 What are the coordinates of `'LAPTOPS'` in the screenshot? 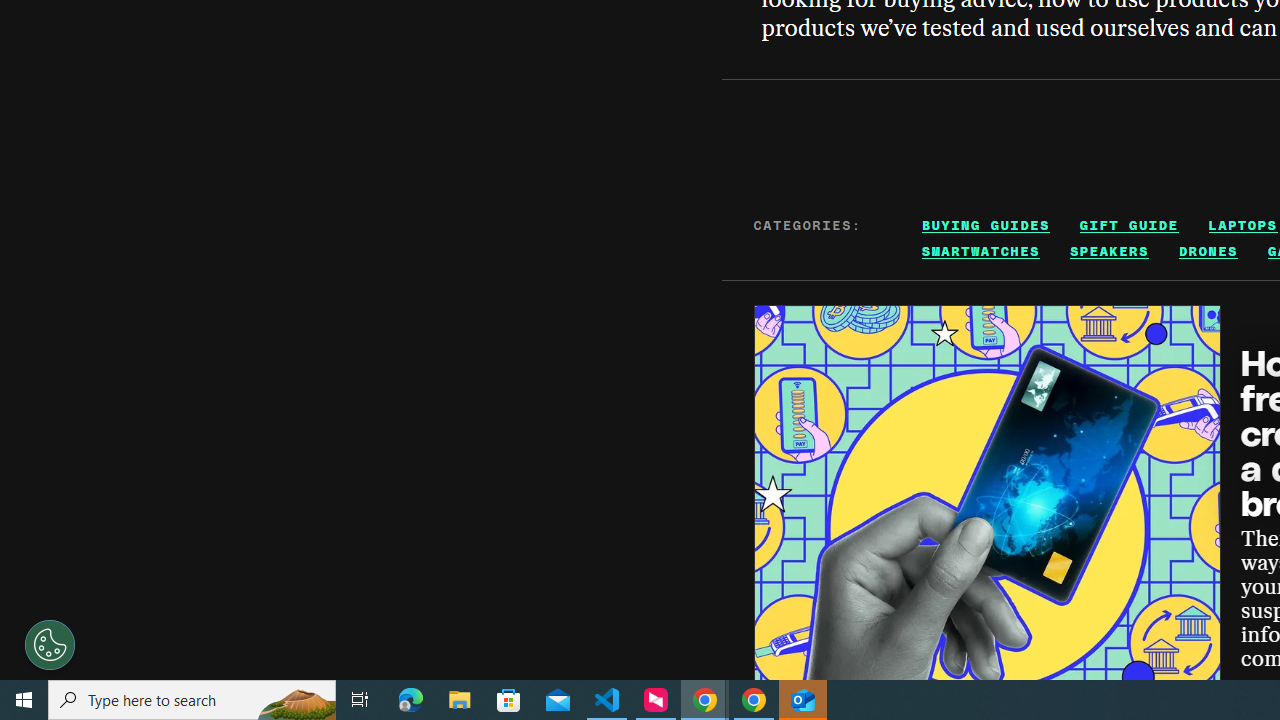 It's located at (1241, 225).